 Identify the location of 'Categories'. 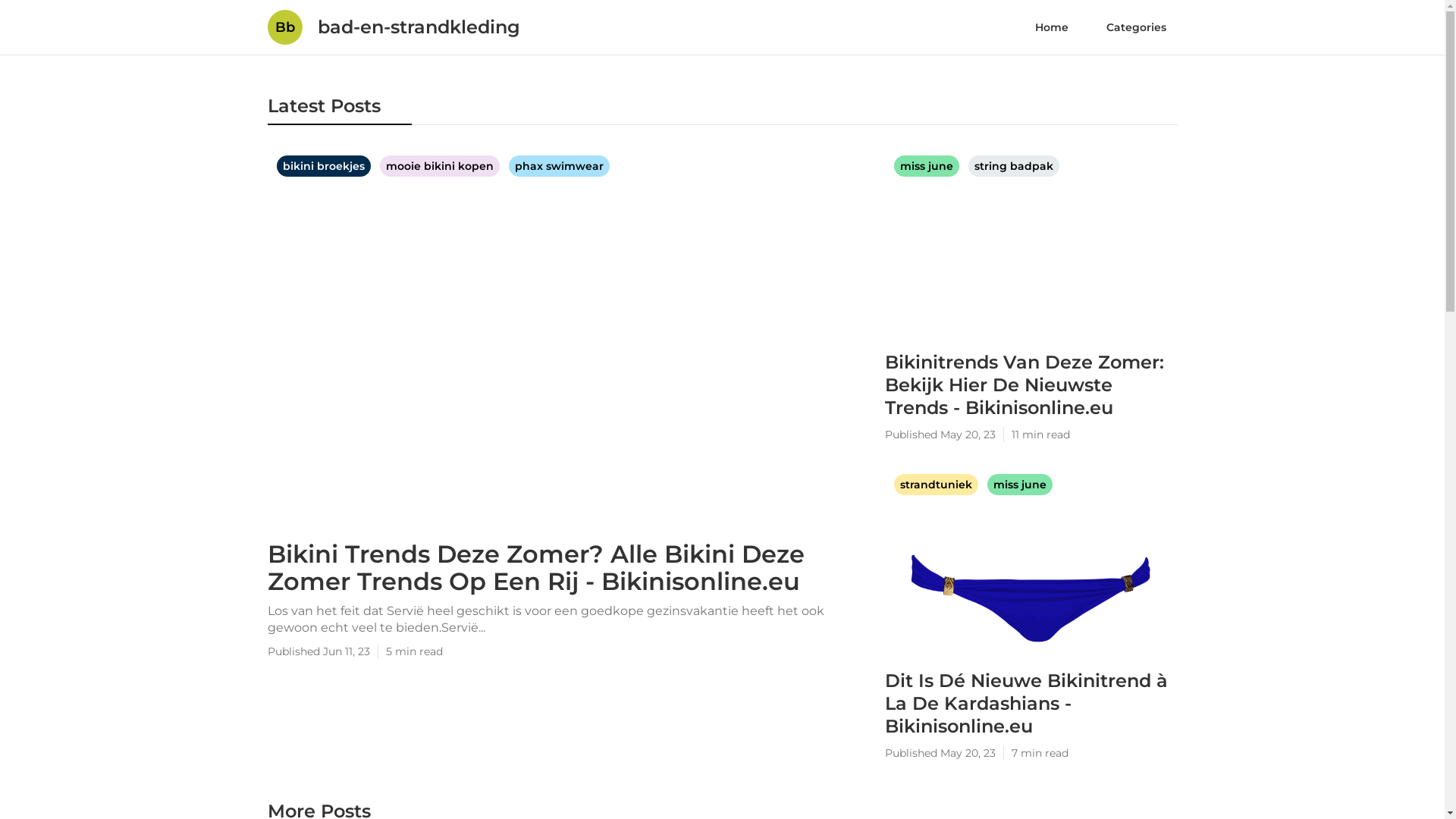
(1136, 27).